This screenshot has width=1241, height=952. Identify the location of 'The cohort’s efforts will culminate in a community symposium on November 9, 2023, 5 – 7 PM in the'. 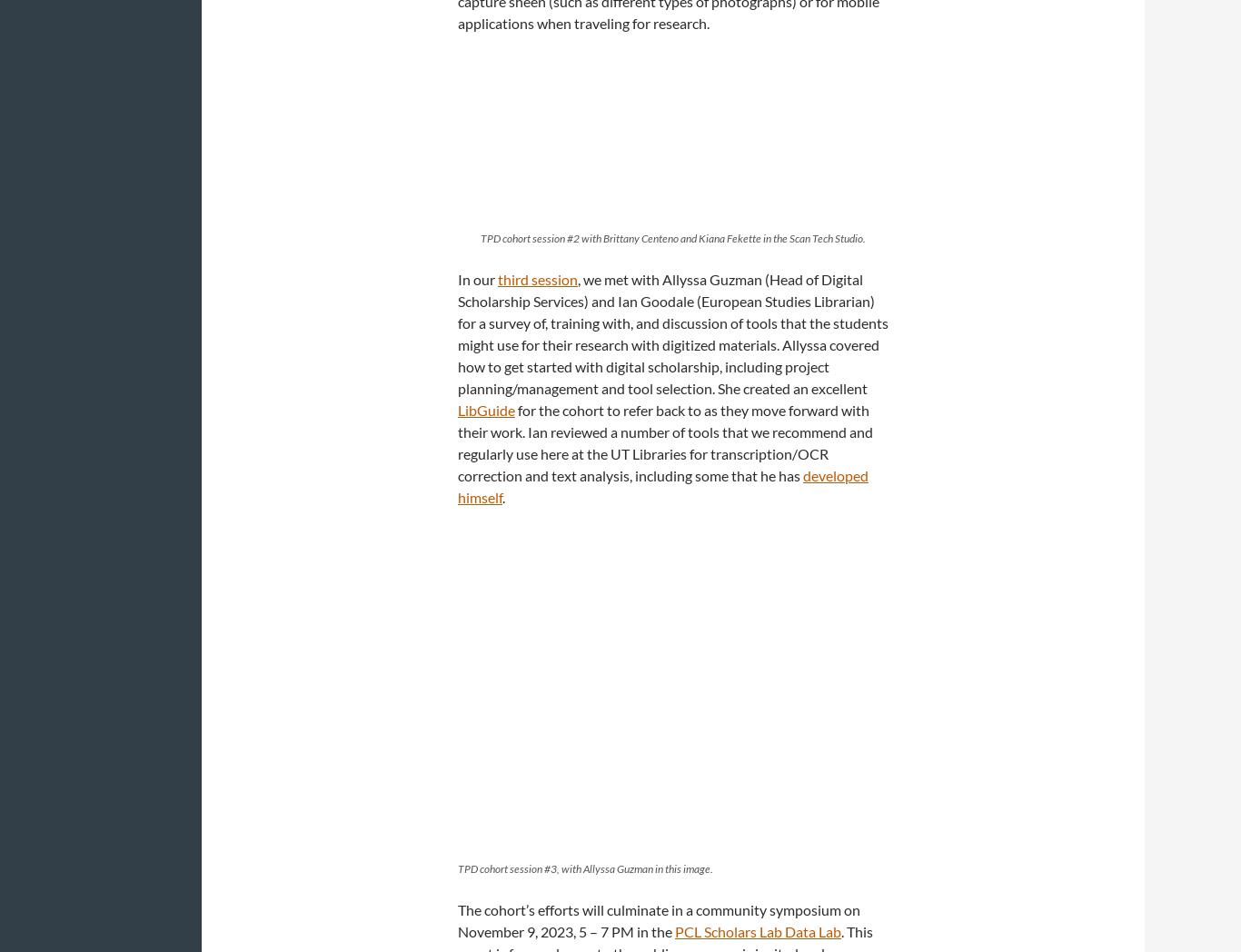
(659, 920).